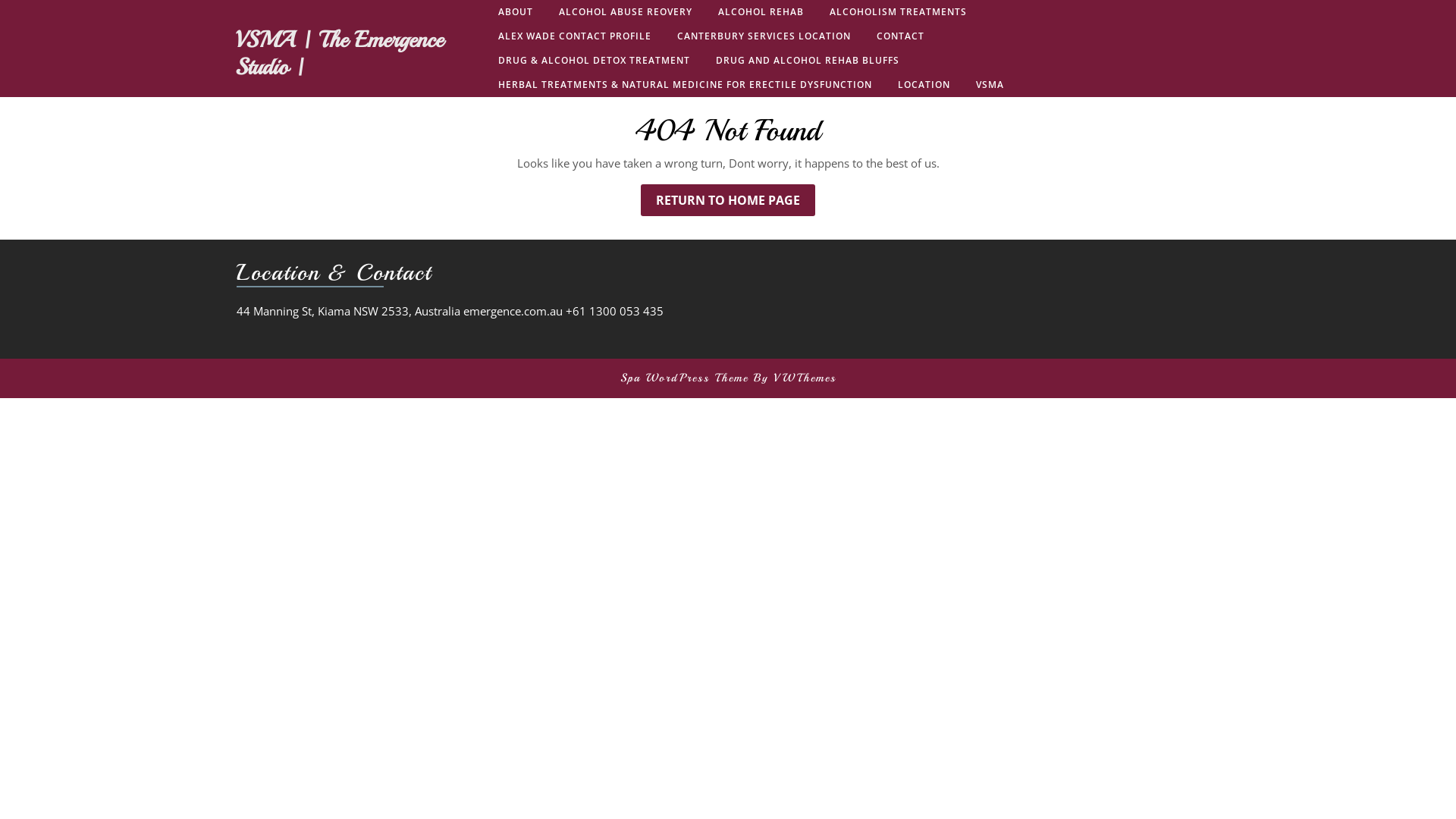 The width and height of the screenshot is (1456, 819). Describe the element at coordinates (764, 35) in the screenshot. I see `'CANTERBURY SERVICES LOCATION'` at that location.